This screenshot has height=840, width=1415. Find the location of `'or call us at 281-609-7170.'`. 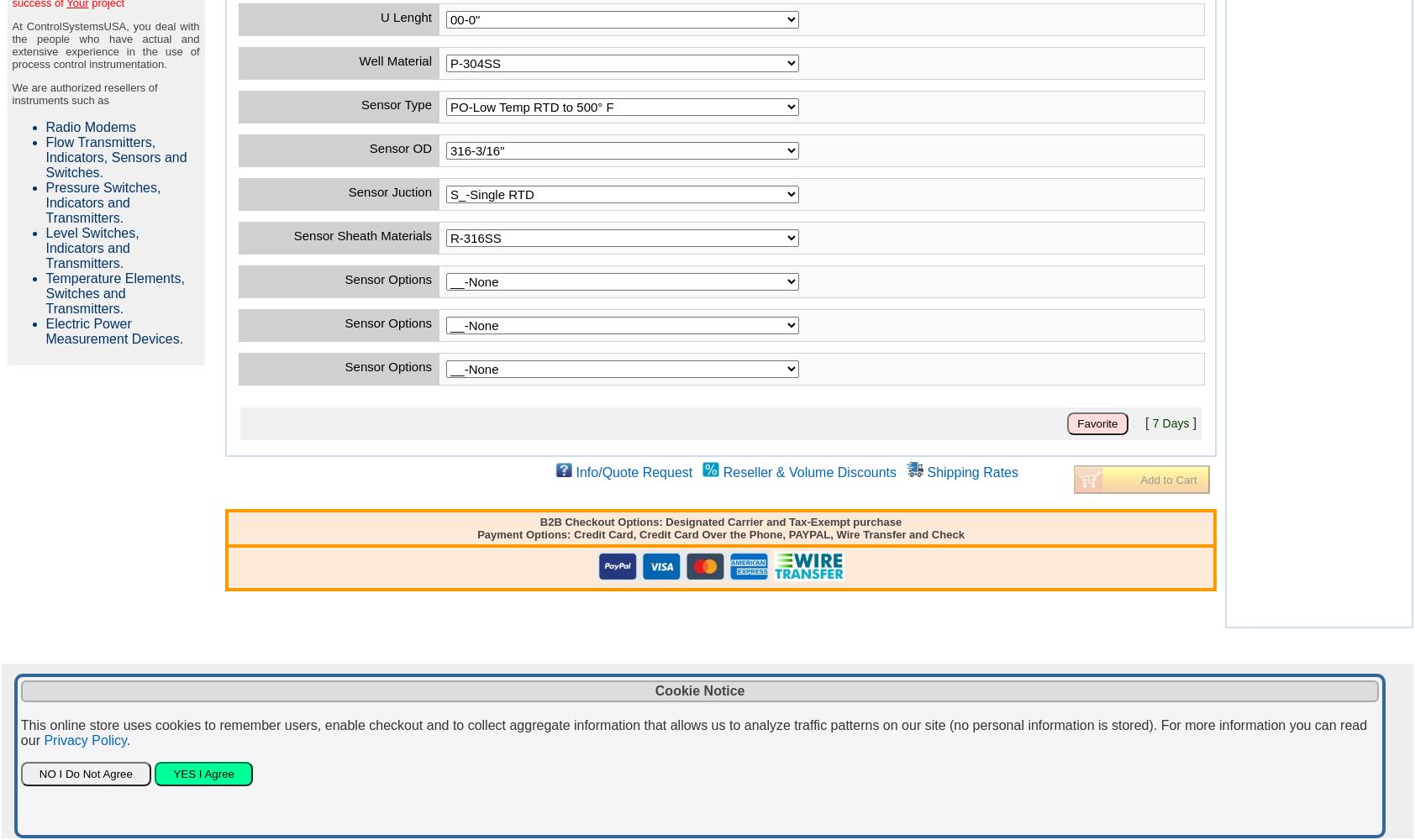

'or call us at 281-609-7170.' is located at coordinates (376, 754).